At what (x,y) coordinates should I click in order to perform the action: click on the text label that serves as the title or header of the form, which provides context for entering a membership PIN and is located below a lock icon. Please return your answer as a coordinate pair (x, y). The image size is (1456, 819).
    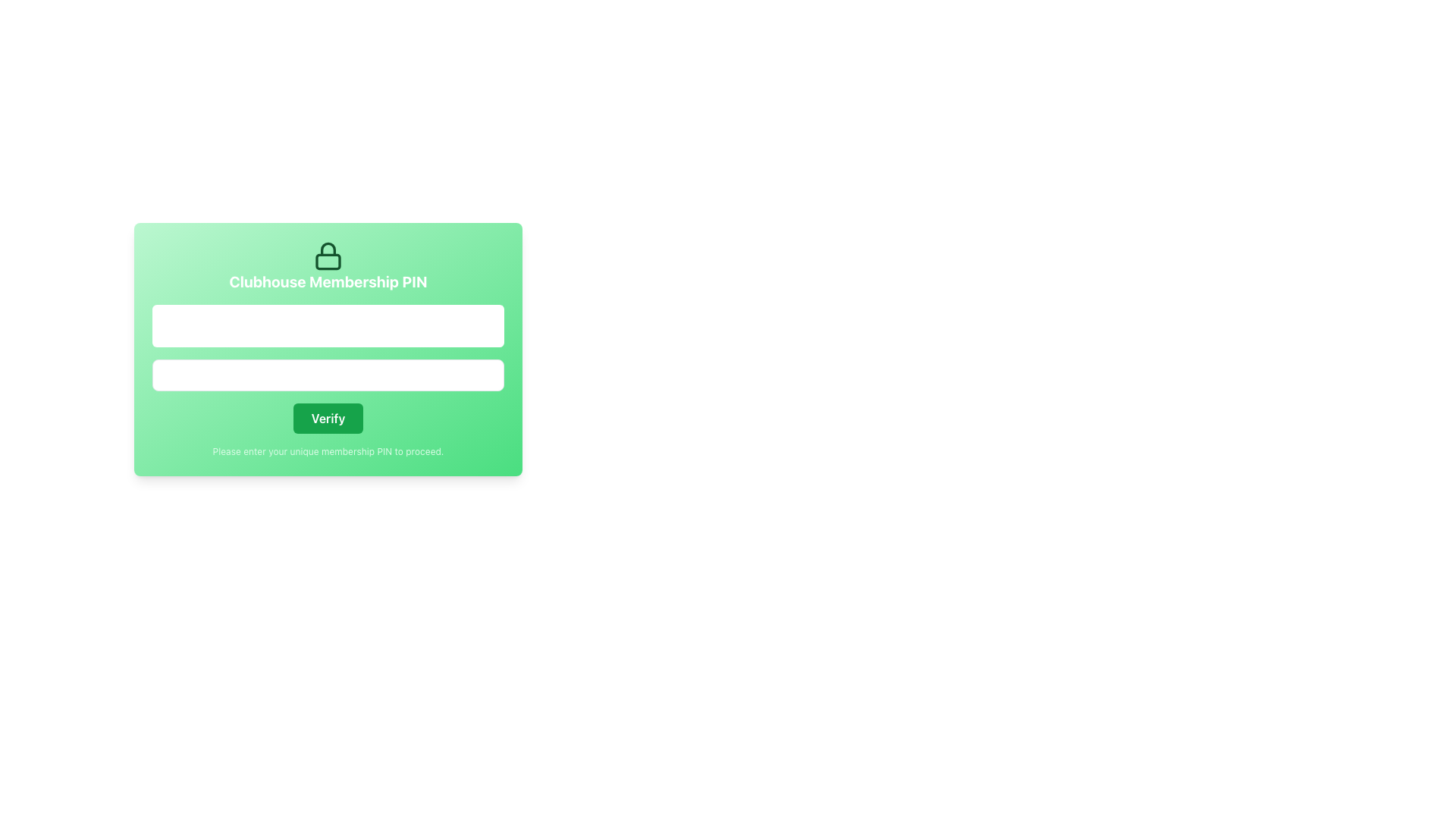
    Looking at the image, I should click on (327, 281).